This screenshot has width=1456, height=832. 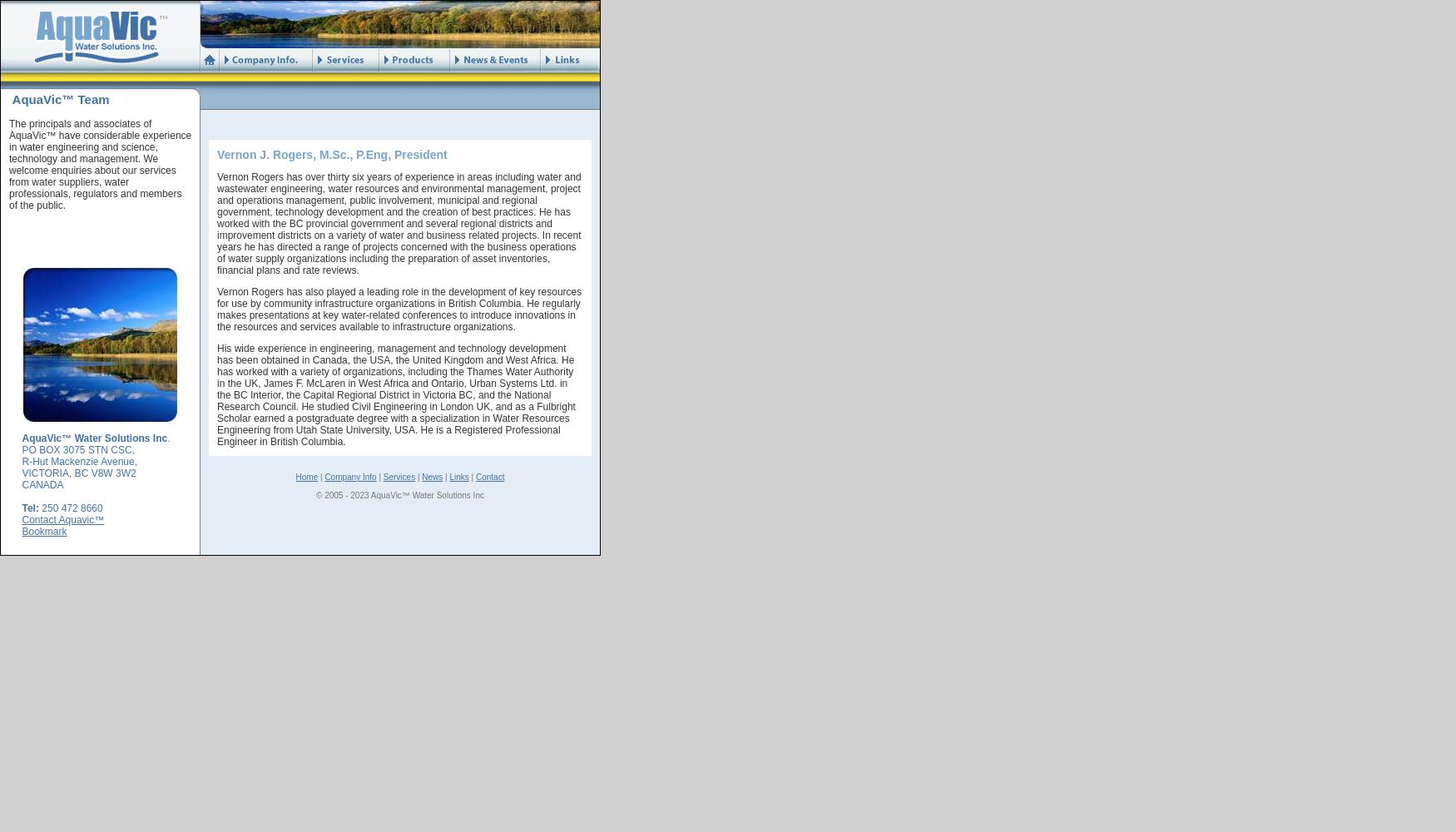 What do you see at coordinates (331, 155) in the screenshot?
I see `'Vernon J. Rogers, M.Sc., P.Eng, President'` at bounding box center [331, 155].